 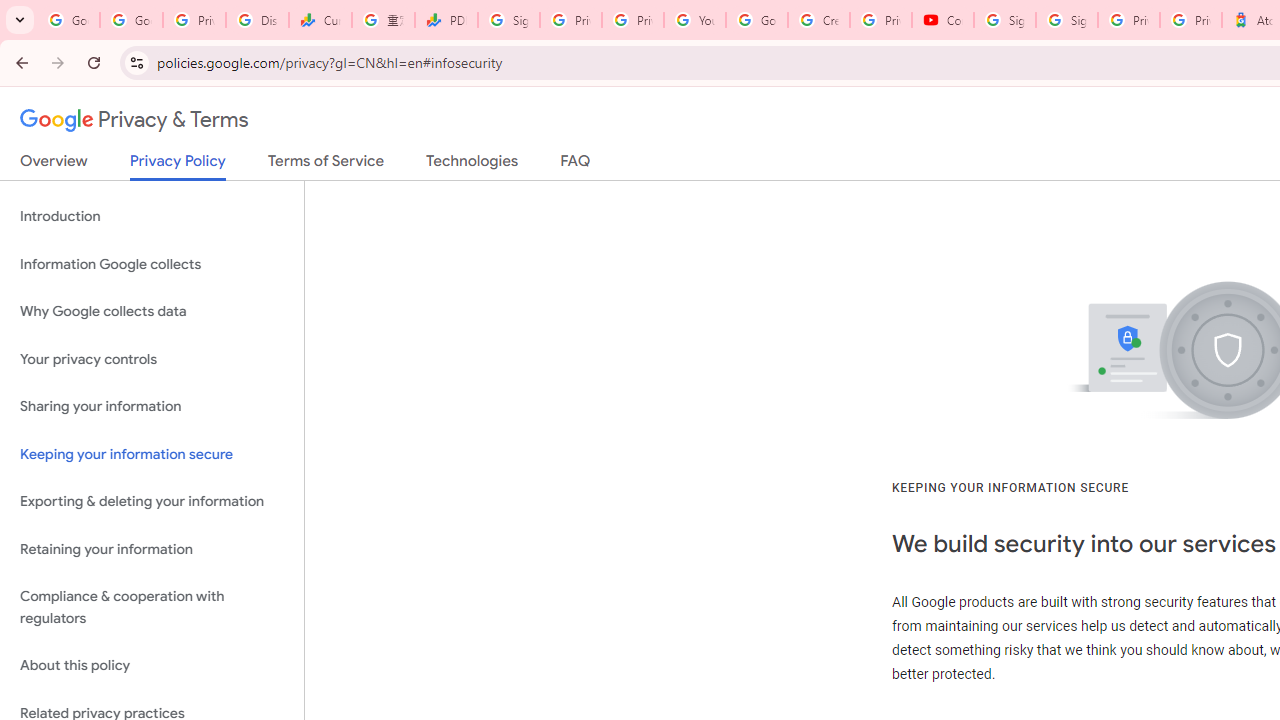 What do you see at coordinates (819, 20) in the screenshot?
I see `'Create your Google Account'` at bounding box center [819, 20].